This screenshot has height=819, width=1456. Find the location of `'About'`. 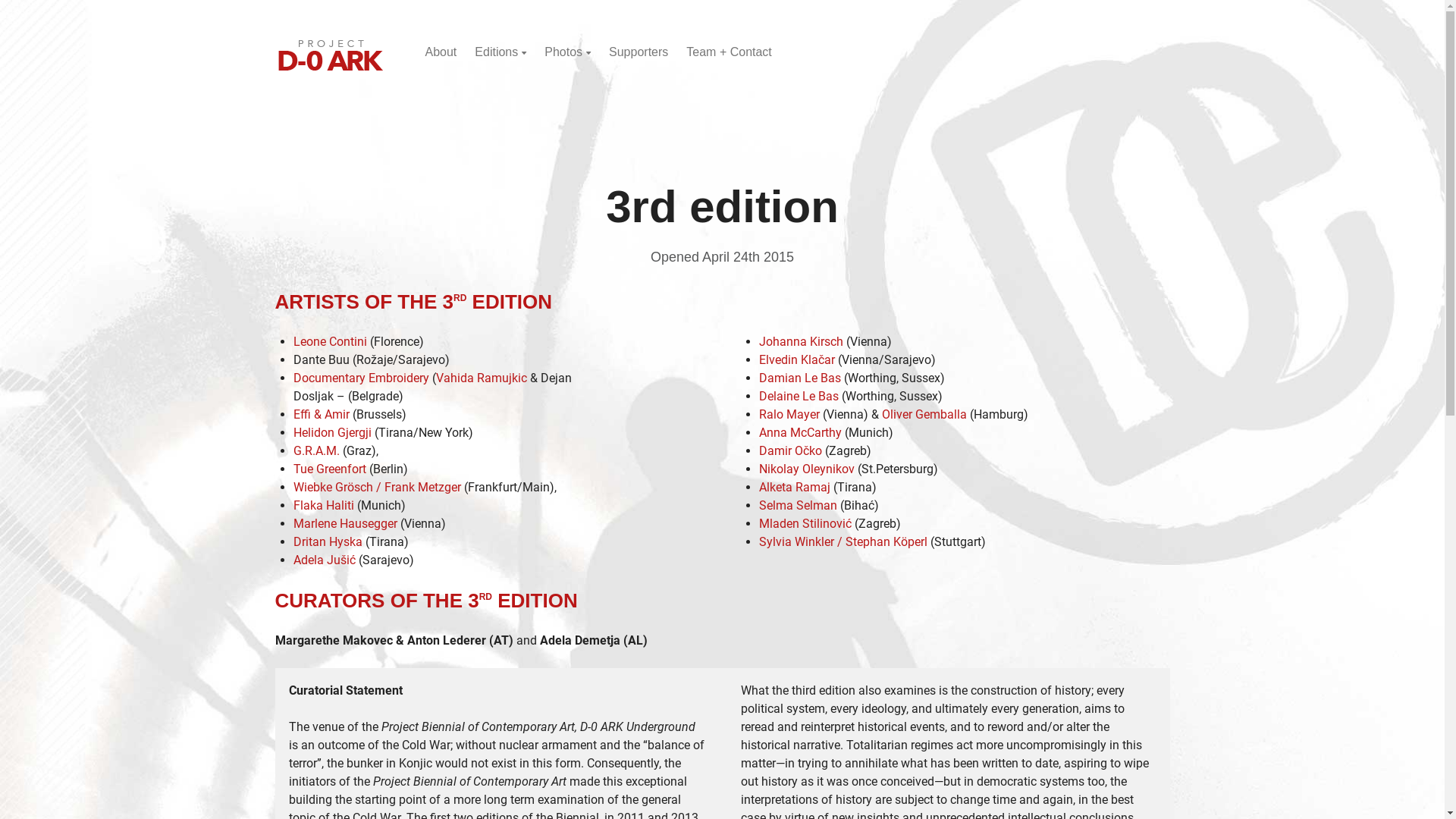

'About' is located at coordinates (439, 51).